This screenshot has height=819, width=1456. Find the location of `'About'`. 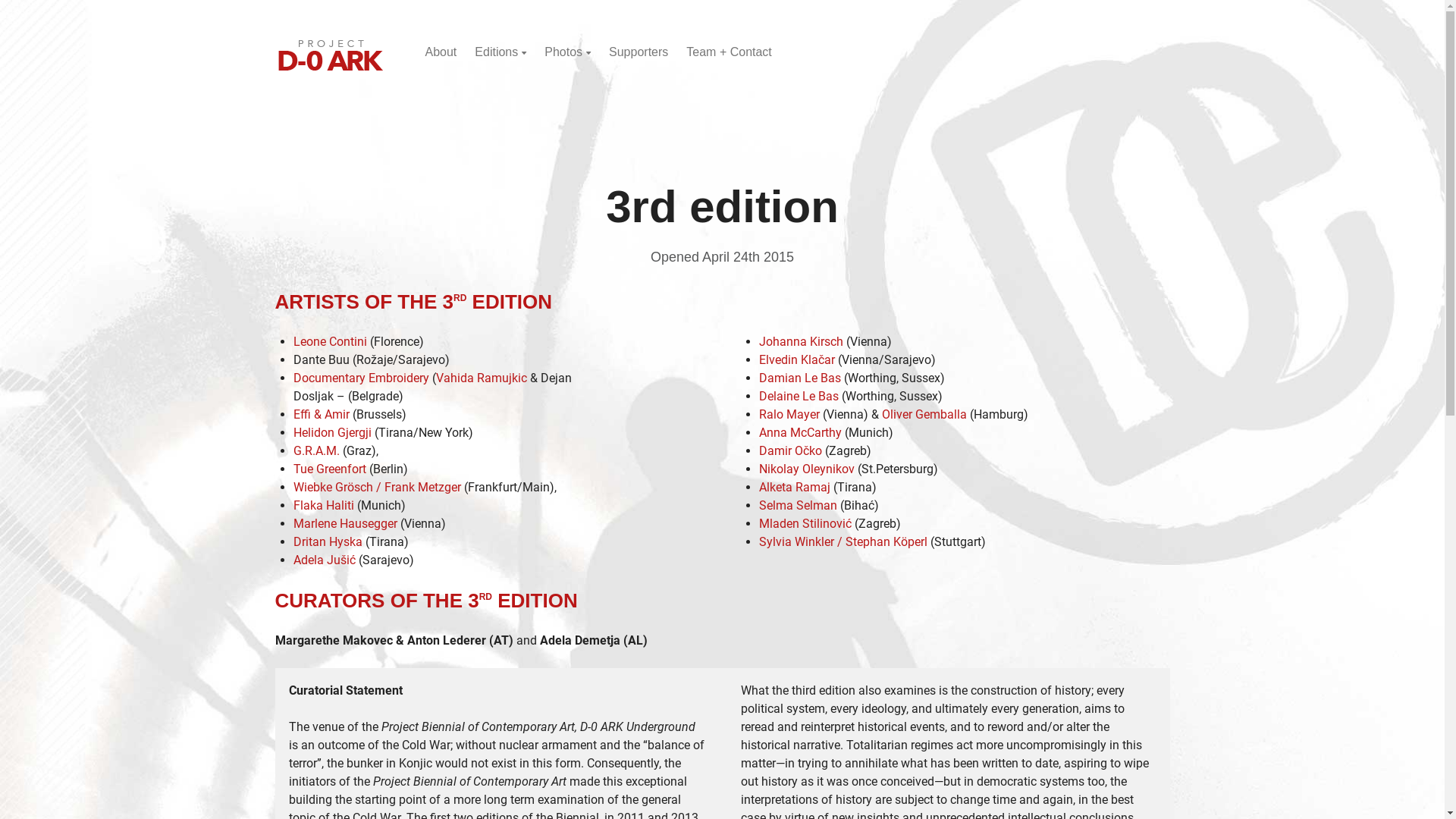

'About' is located at coordinates (439, 51).